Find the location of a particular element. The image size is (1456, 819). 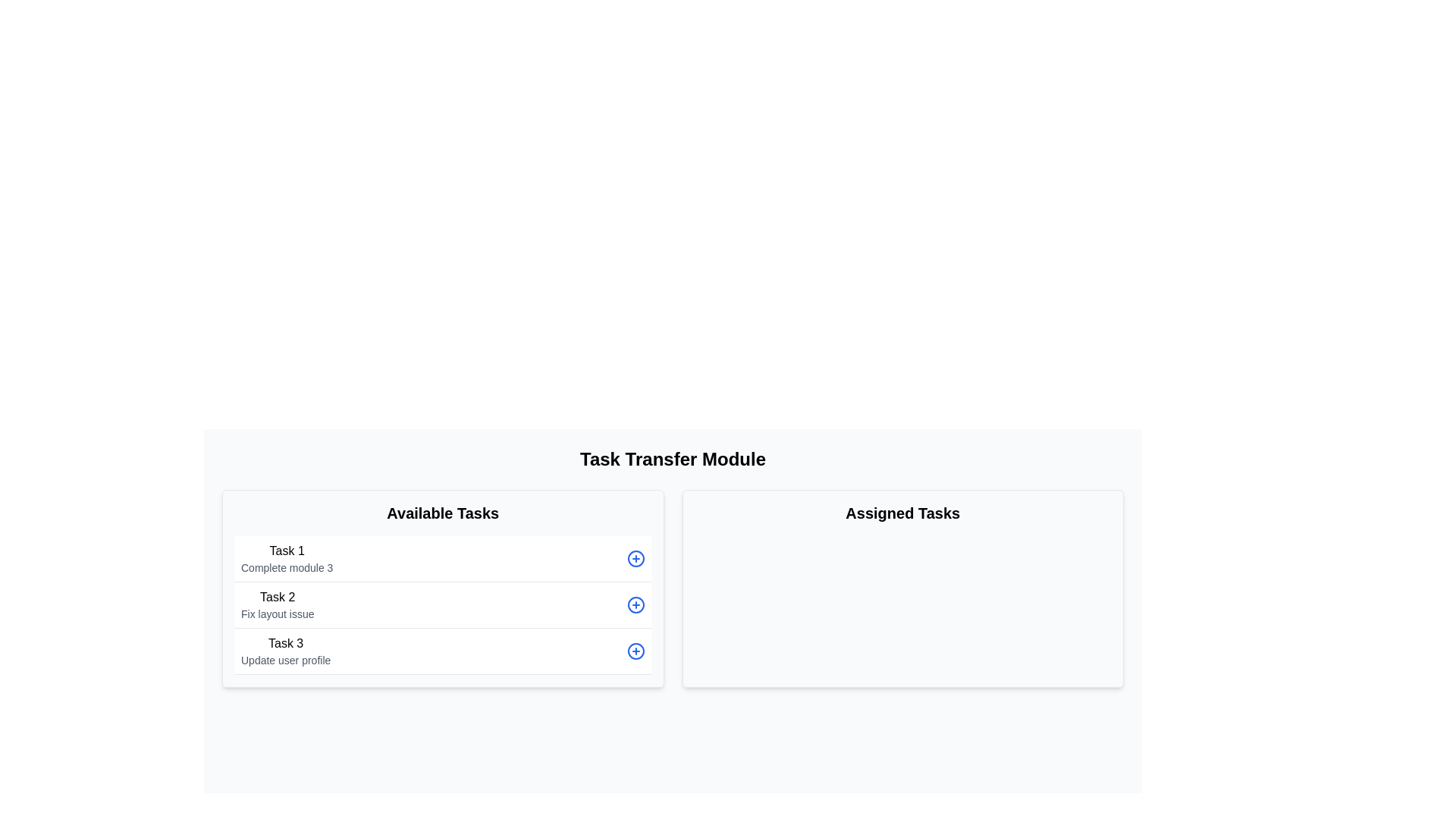

text content of the Text Display Component that shows 'Task 3' with the description 'Update user profile', positioned as the third item under 'Available Tasks' is located at coordinates (286, 651).